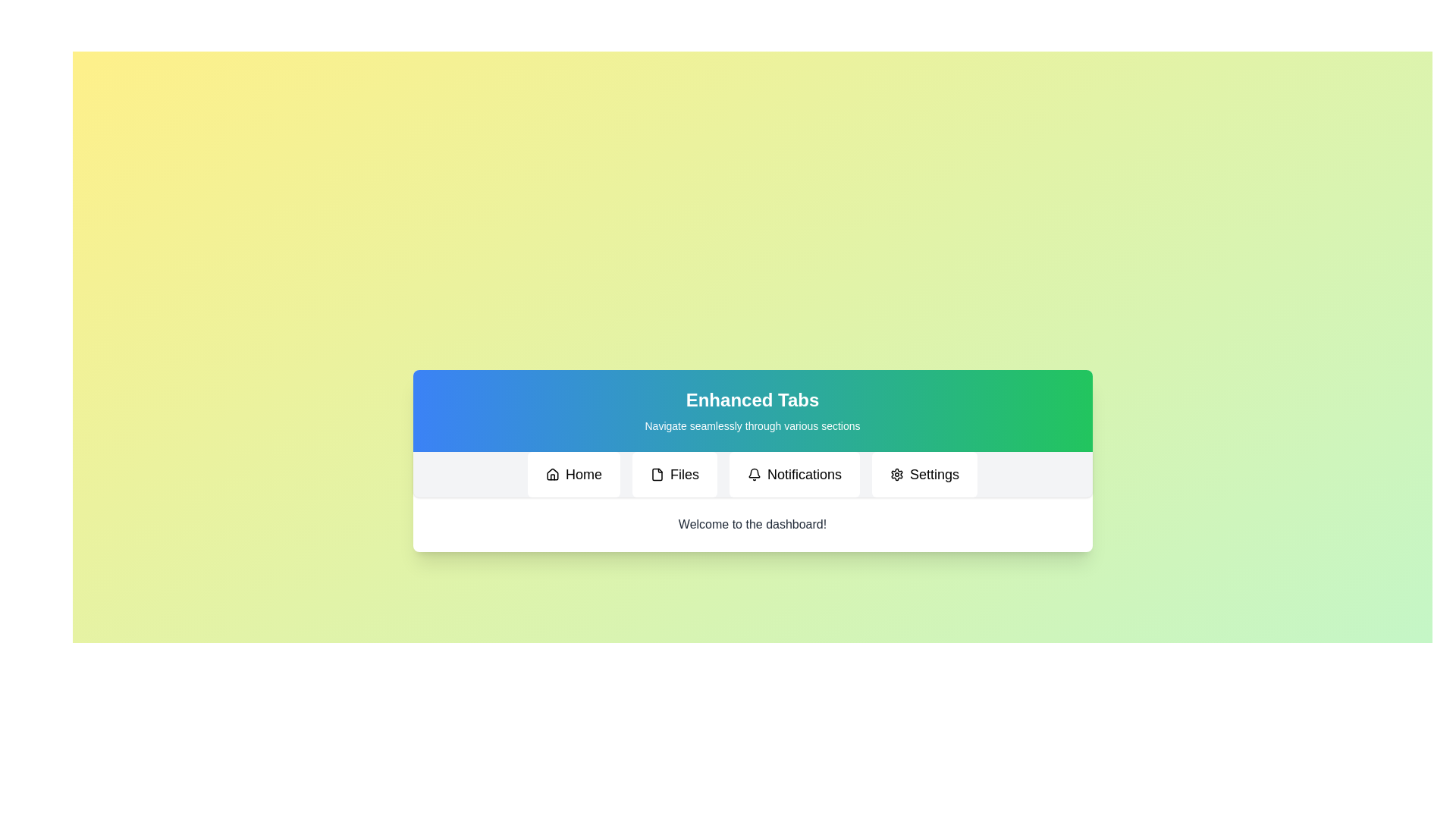 Image resolution: width=1456 pixels, height=819 pixels. What do you see at coordinates (582, 473) in the screenshot?
I see `the static text label for the 'Home' tab in the navigation menu, which is positioned to the right of the house-shaped icon` at bounding box center [582, 473].